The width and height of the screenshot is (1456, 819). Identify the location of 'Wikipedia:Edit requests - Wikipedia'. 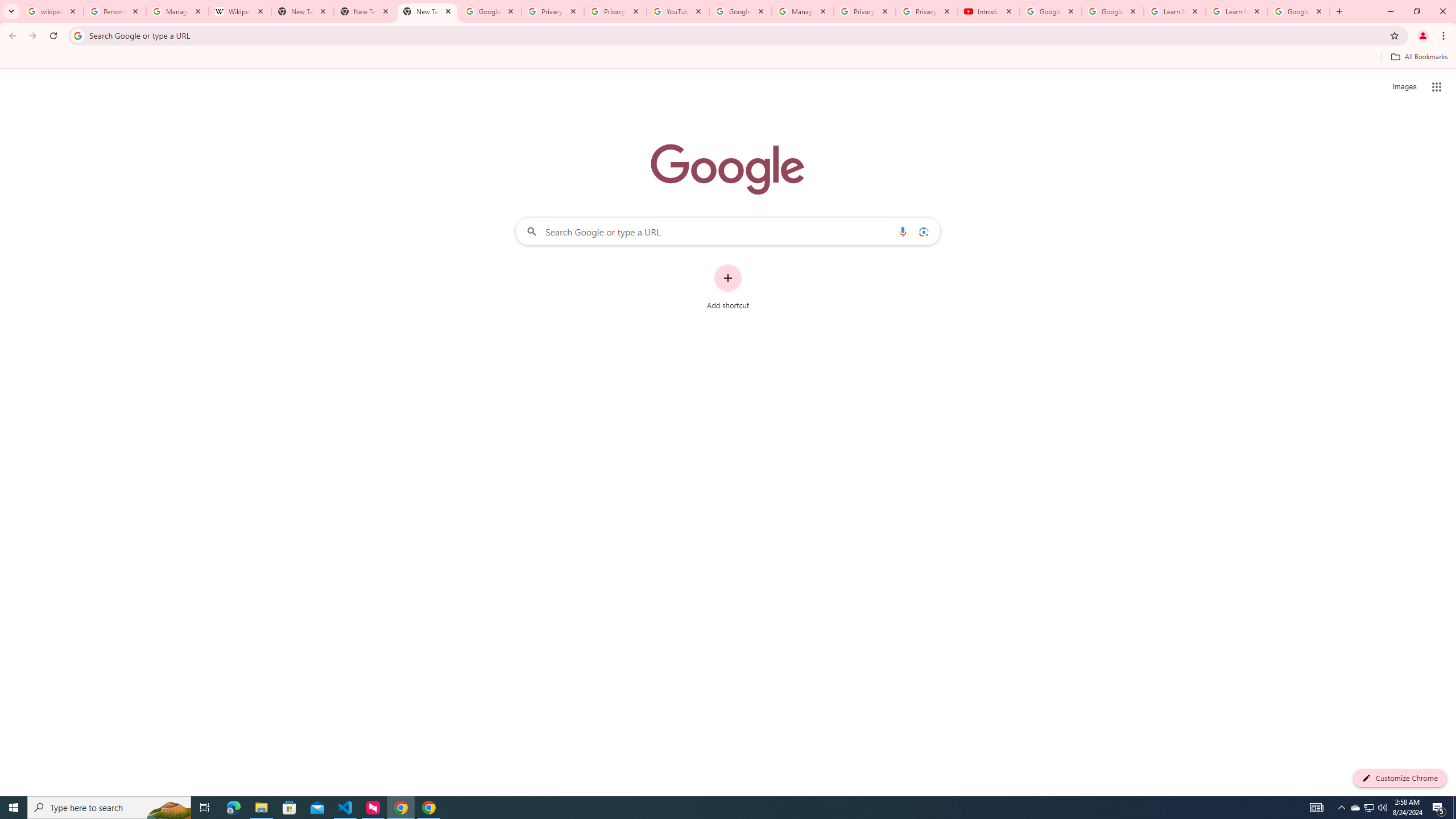
(239, 11).